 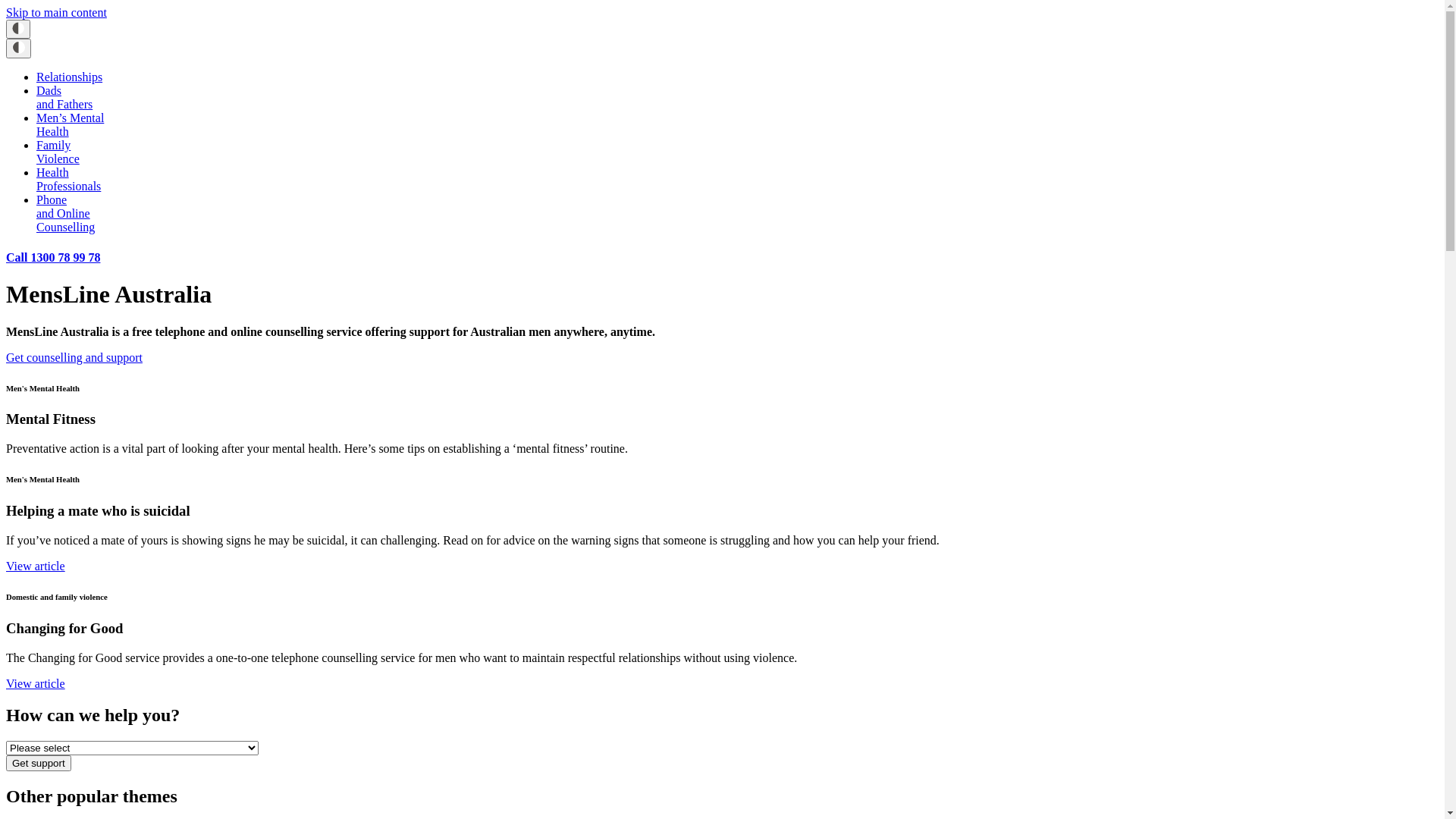 I want to click on 'Family, so click(x=58, y=152).